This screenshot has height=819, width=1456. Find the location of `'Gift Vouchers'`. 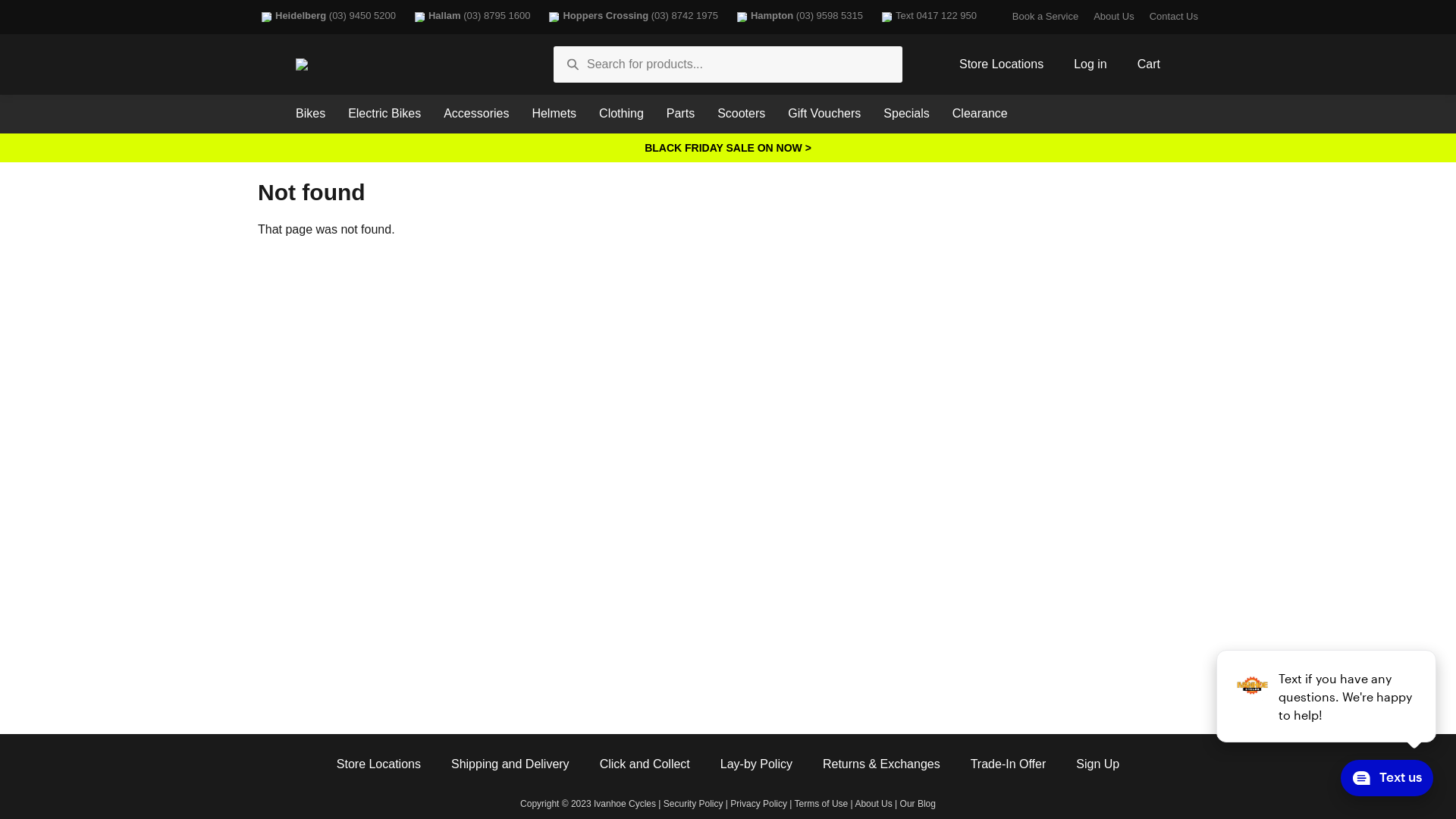

'Gift Vouchers' is located at coordinates (823, 113).